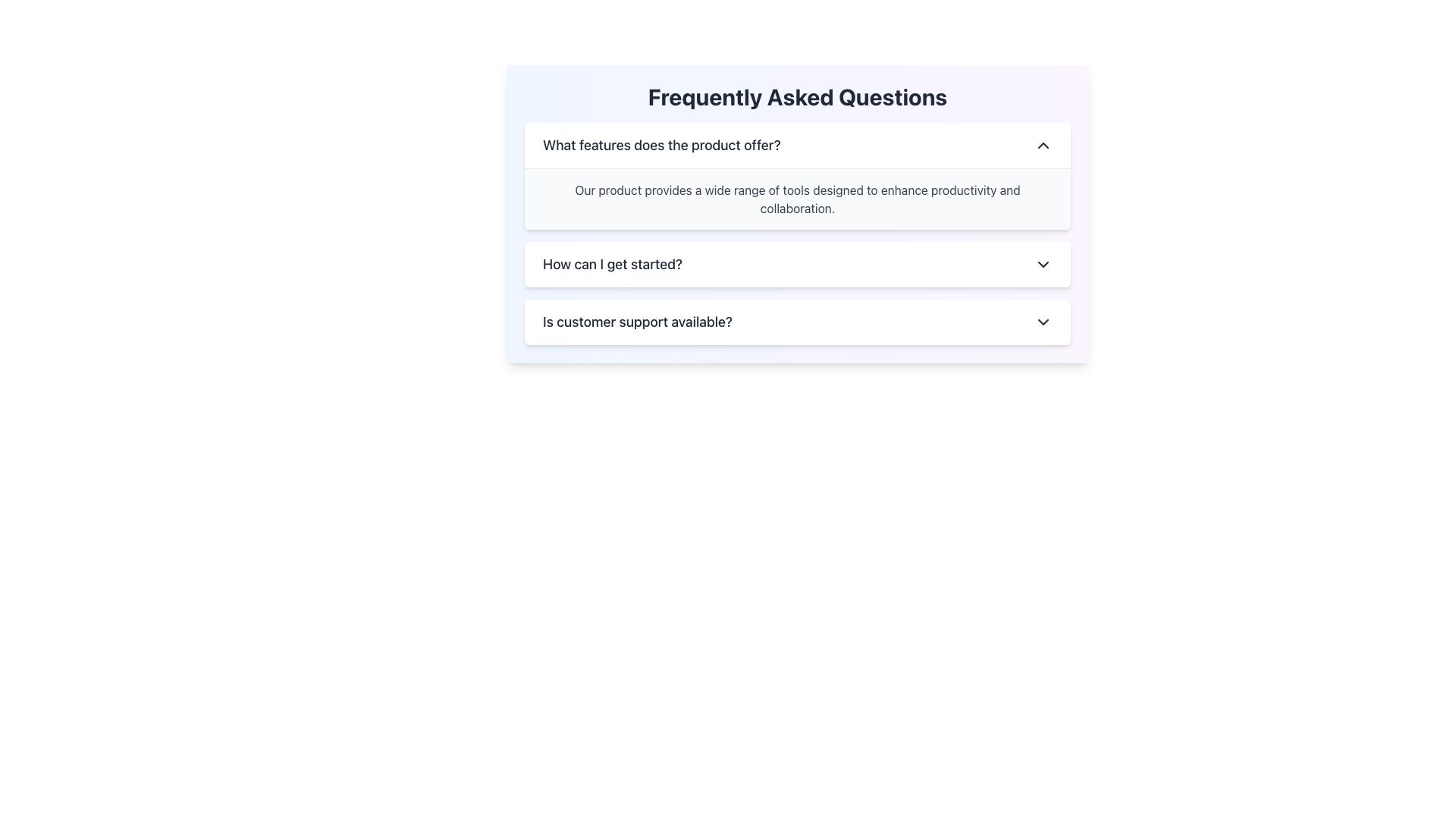 The height and width of the screenshot is (819, 1456). What do you see at coordinates (796, 321) in the screenshot?
I see `the third Expandable Question Block` at bounding box center [796, 321].